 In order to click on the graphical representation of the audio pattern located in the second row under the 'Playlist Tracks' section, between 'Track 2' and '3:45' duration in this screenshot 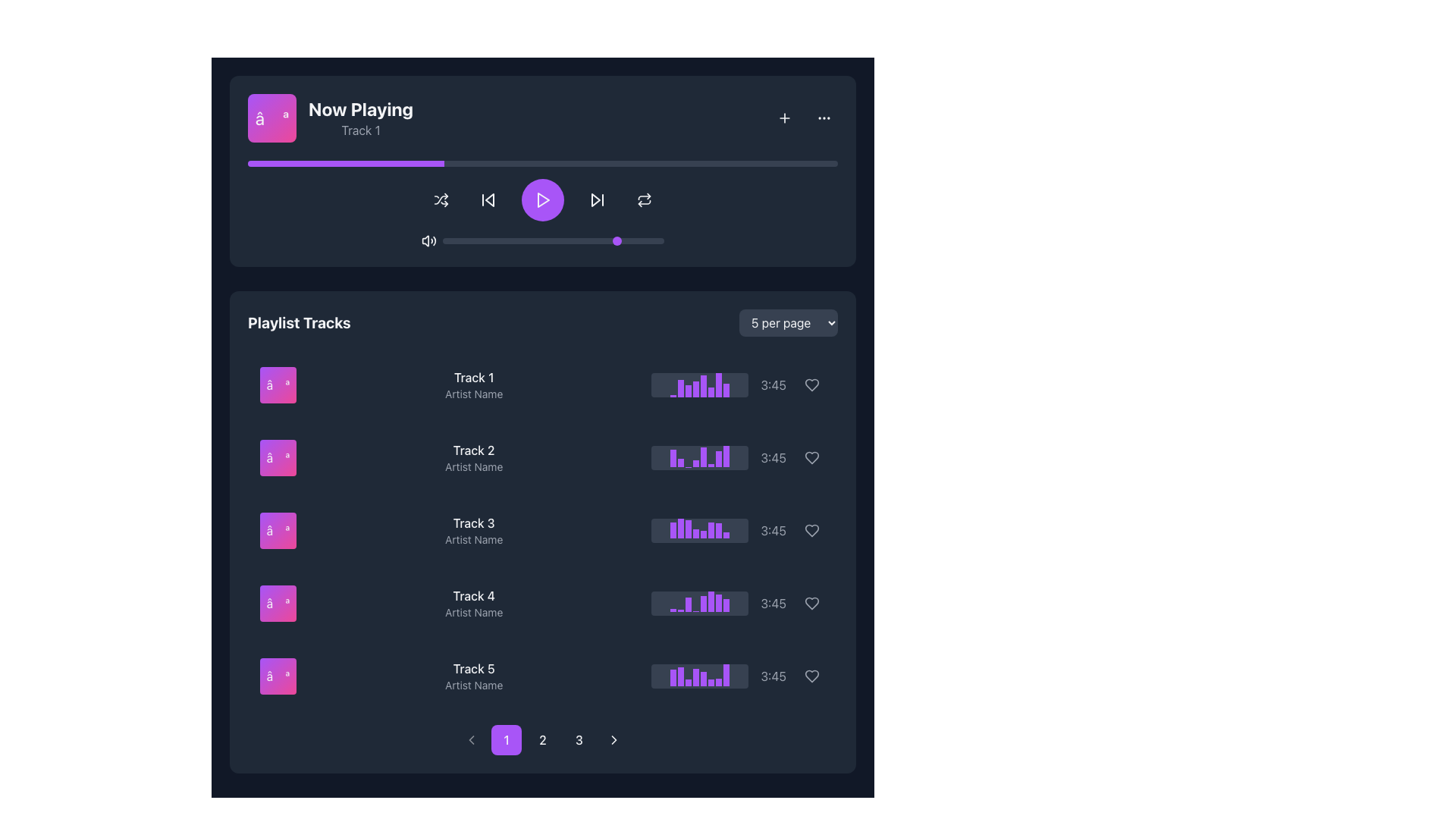, I will do `click(699, 457)`.